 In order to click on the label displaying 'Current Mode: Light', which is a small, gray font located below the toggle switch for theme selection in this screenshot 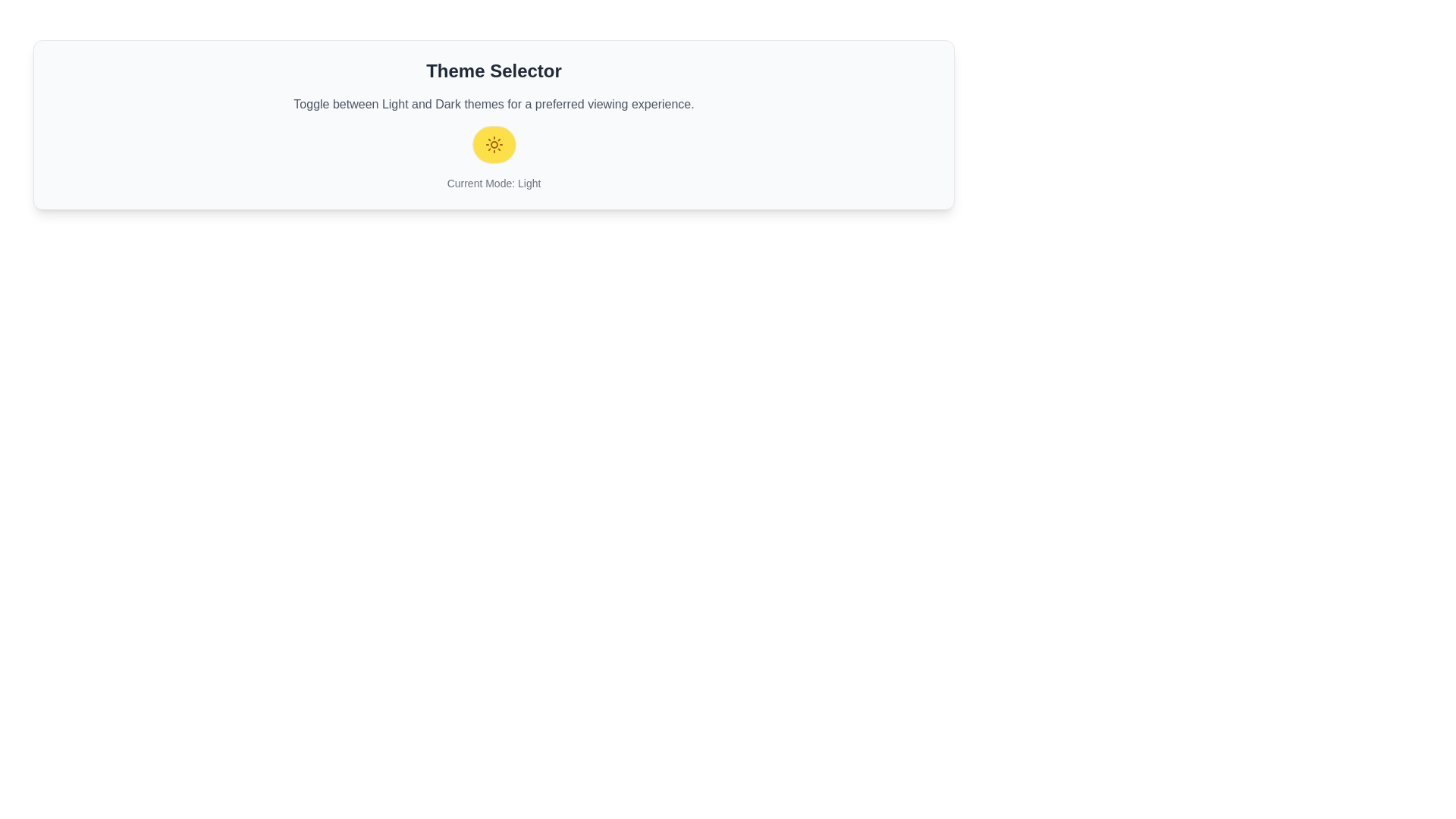, I will do `click(494, 183)`.